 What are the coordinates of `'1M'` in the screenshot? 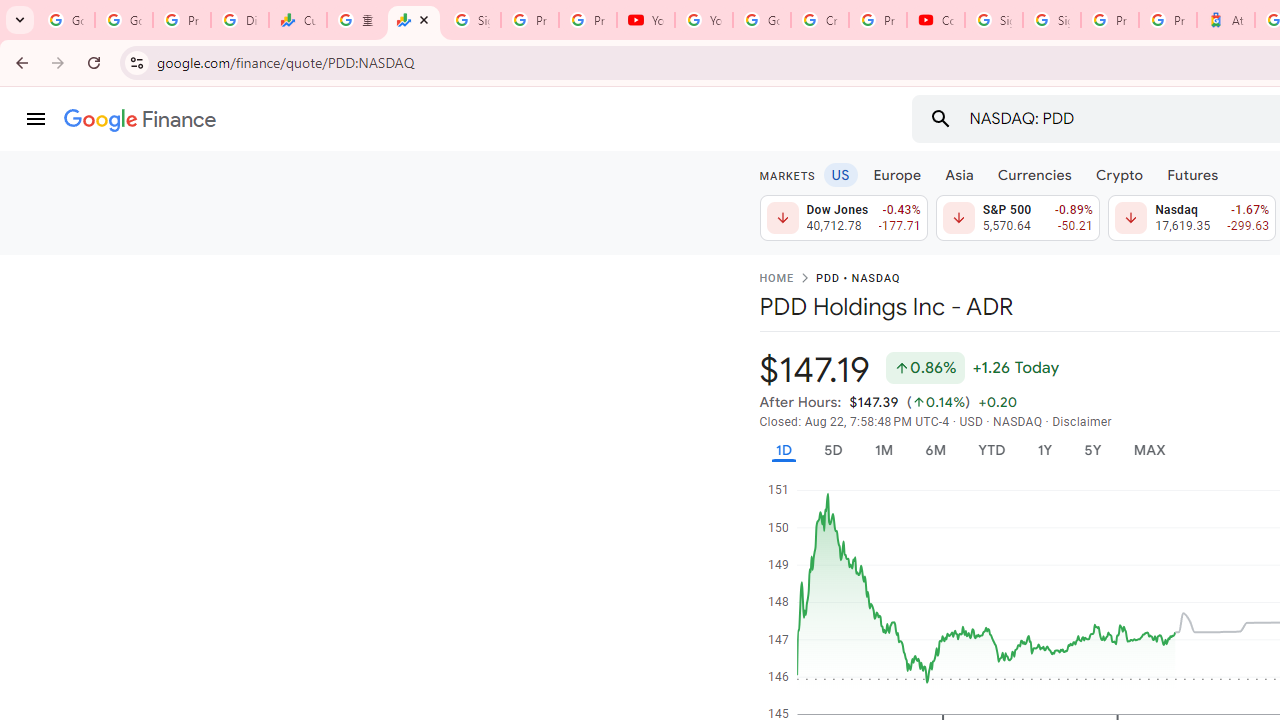 It's located at (882, 450).